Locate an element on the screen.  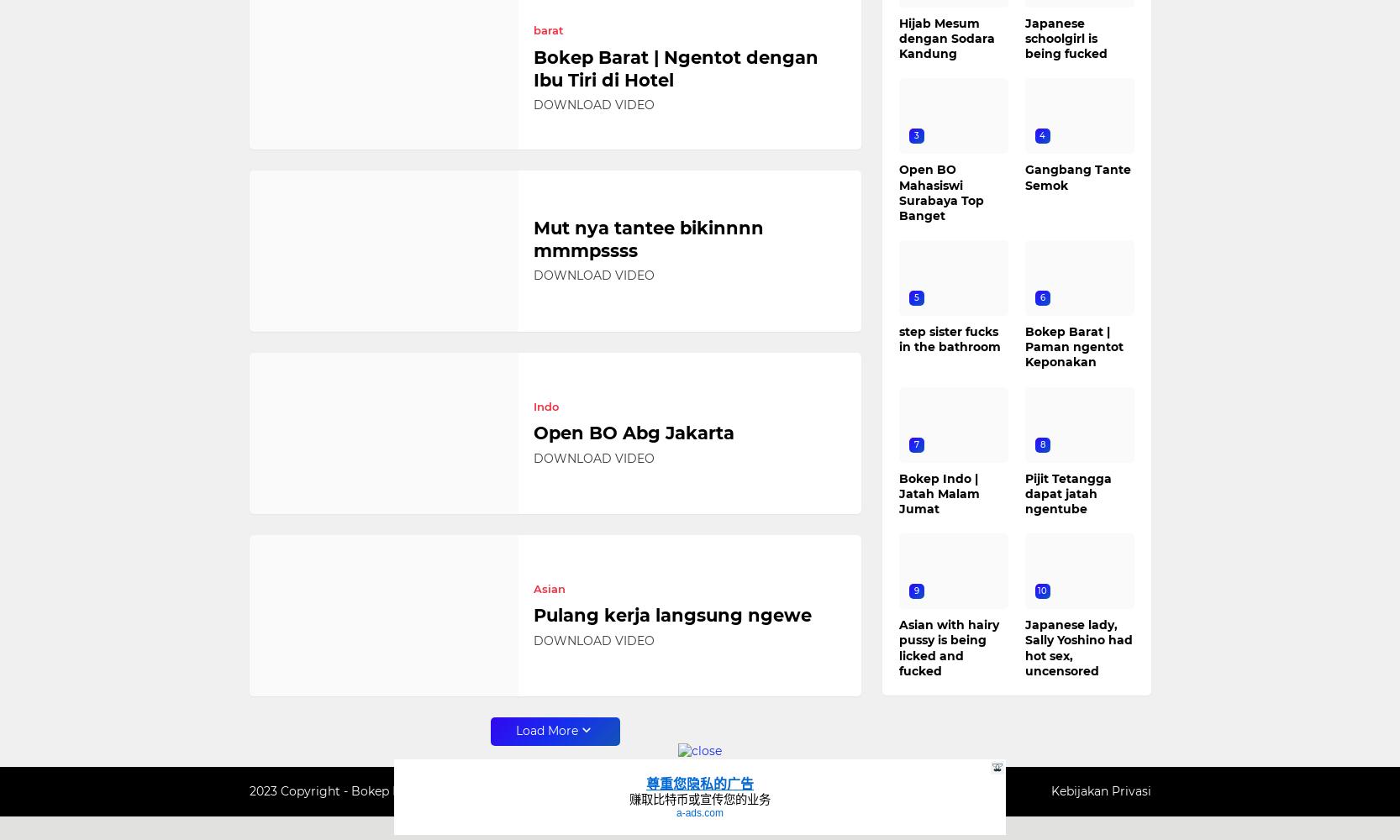
'Open BO Abg Jakarta' is located at coordinates (633, 433).